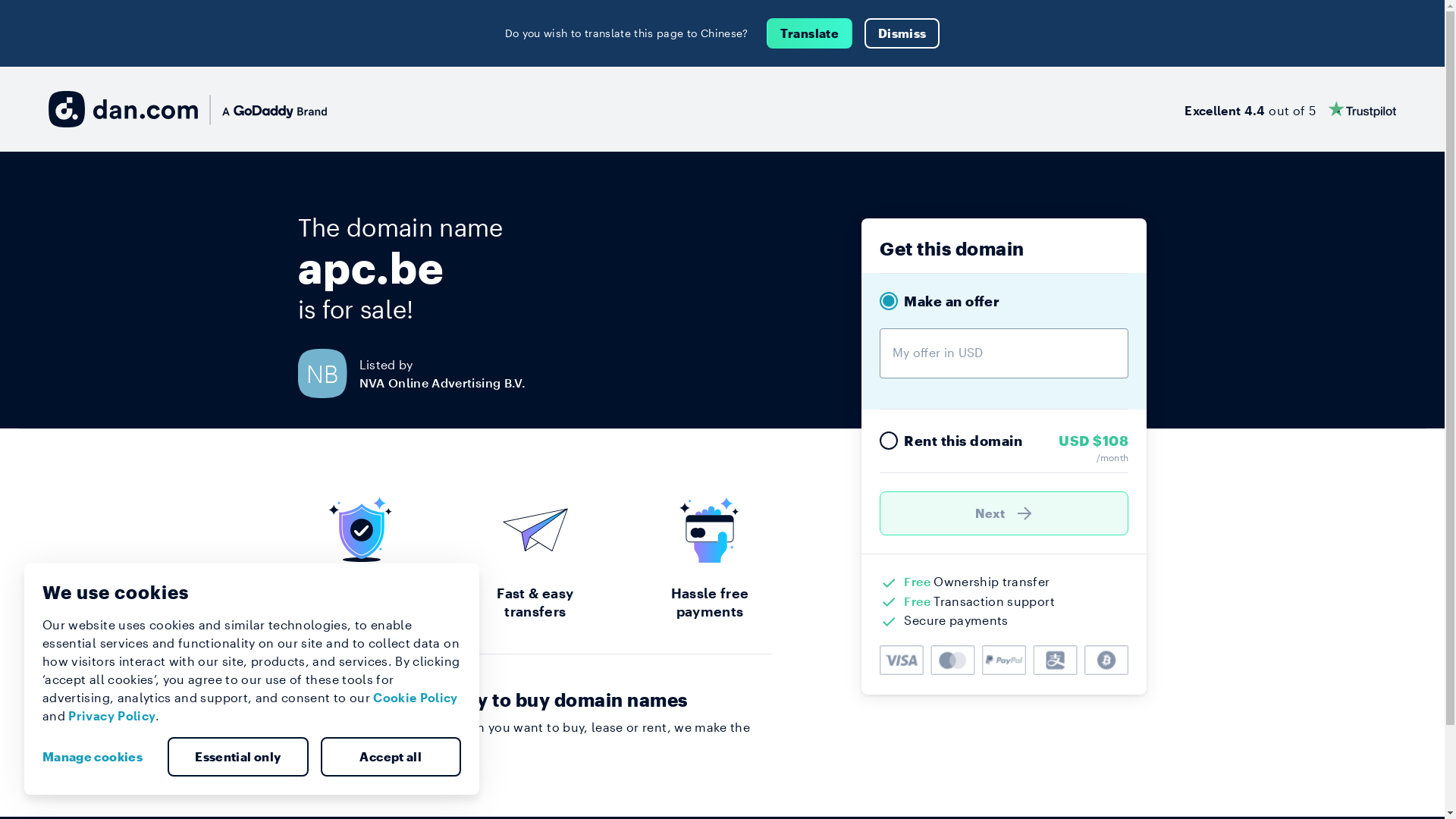  I want to click on 'Essential only', so click(237, 757).